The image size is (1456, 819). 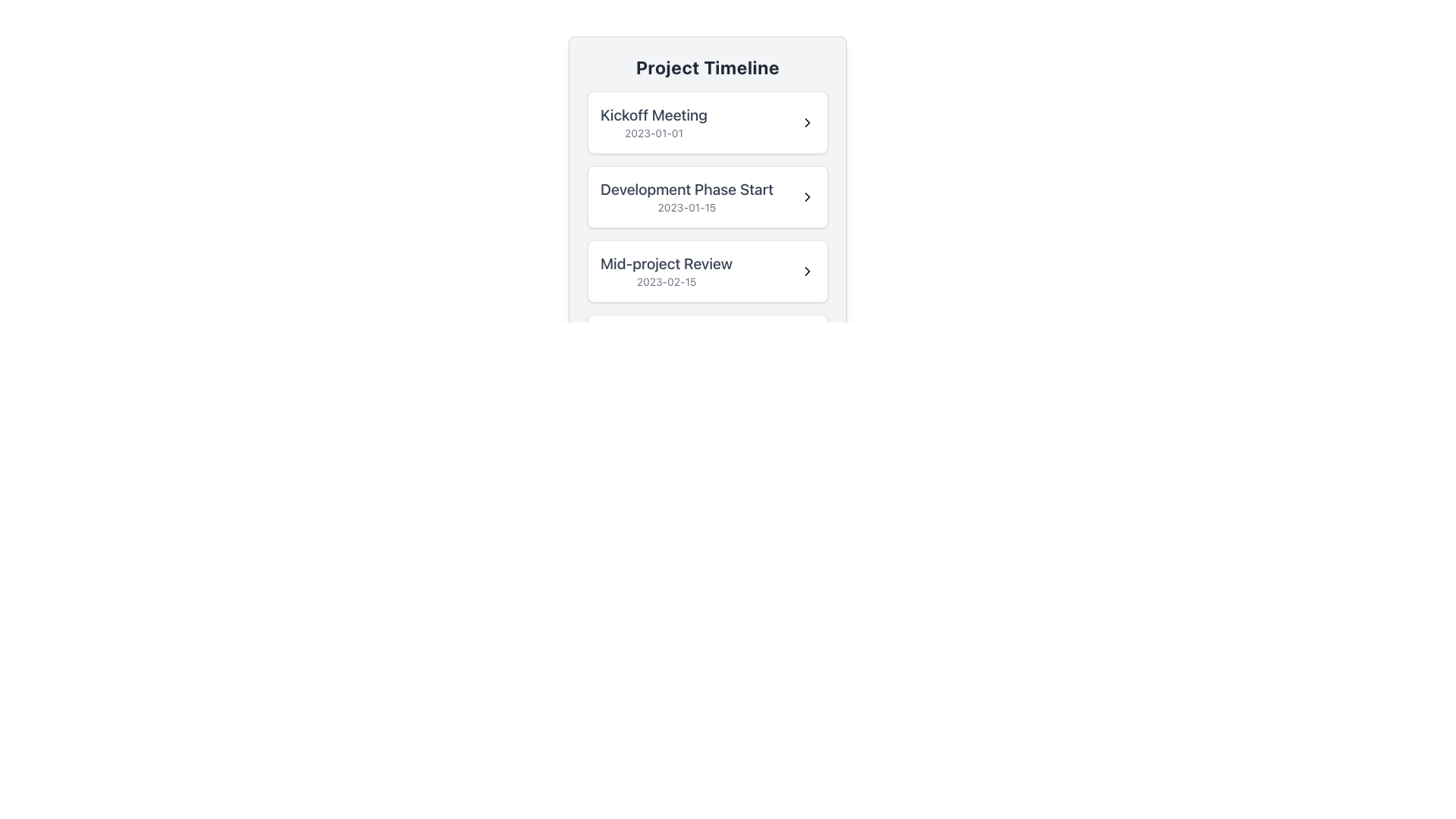 I want to click on information displayed in the milestone element, which is the second item in the 'Project Timeline' list, located below 'Kickoff Meeting' and above 'Mid-project Review', so click(x=707, y=216).